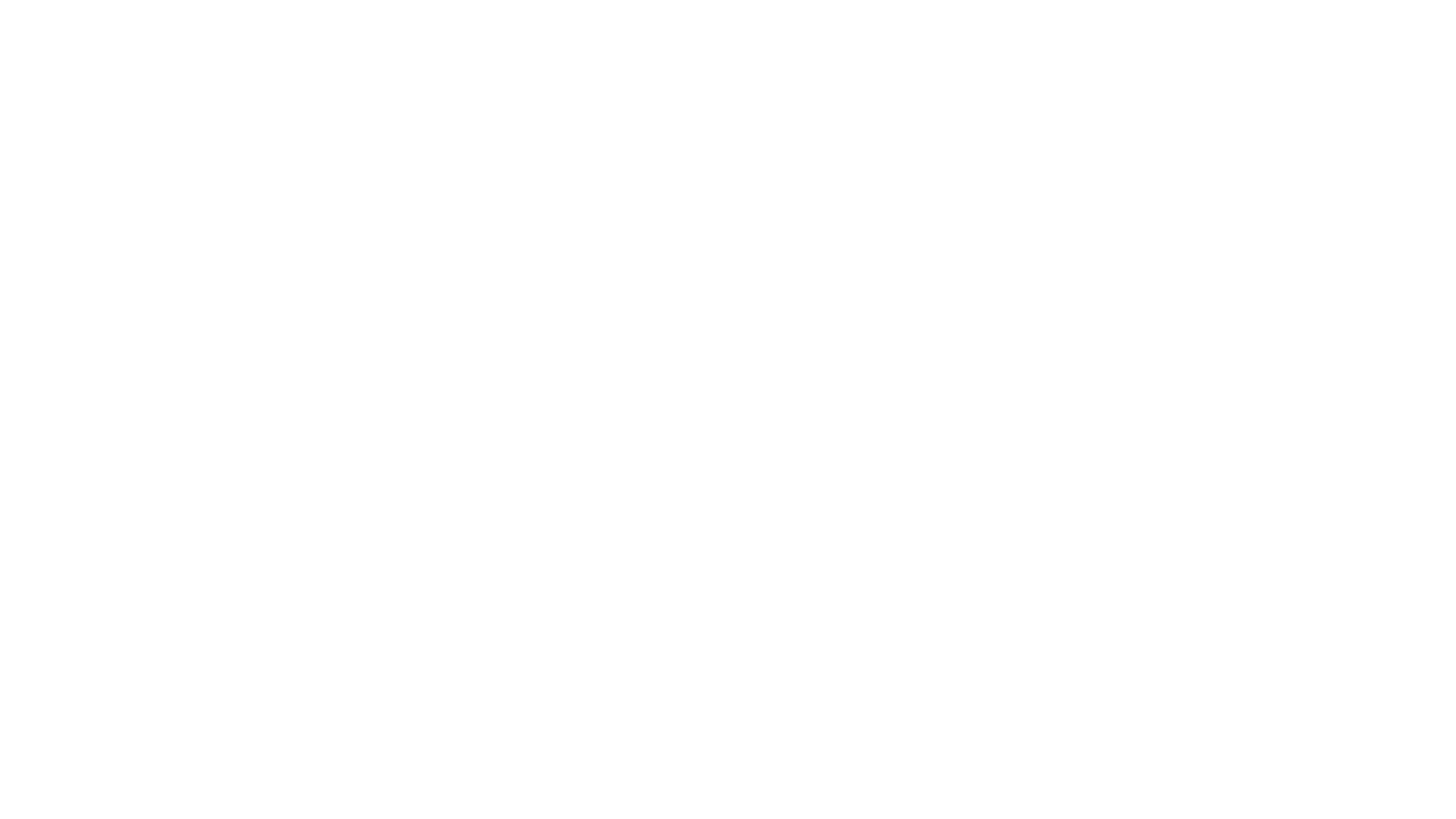 The image size is (1456, 819). I want to click on Ryosuke Katayose, so click(364, 185).